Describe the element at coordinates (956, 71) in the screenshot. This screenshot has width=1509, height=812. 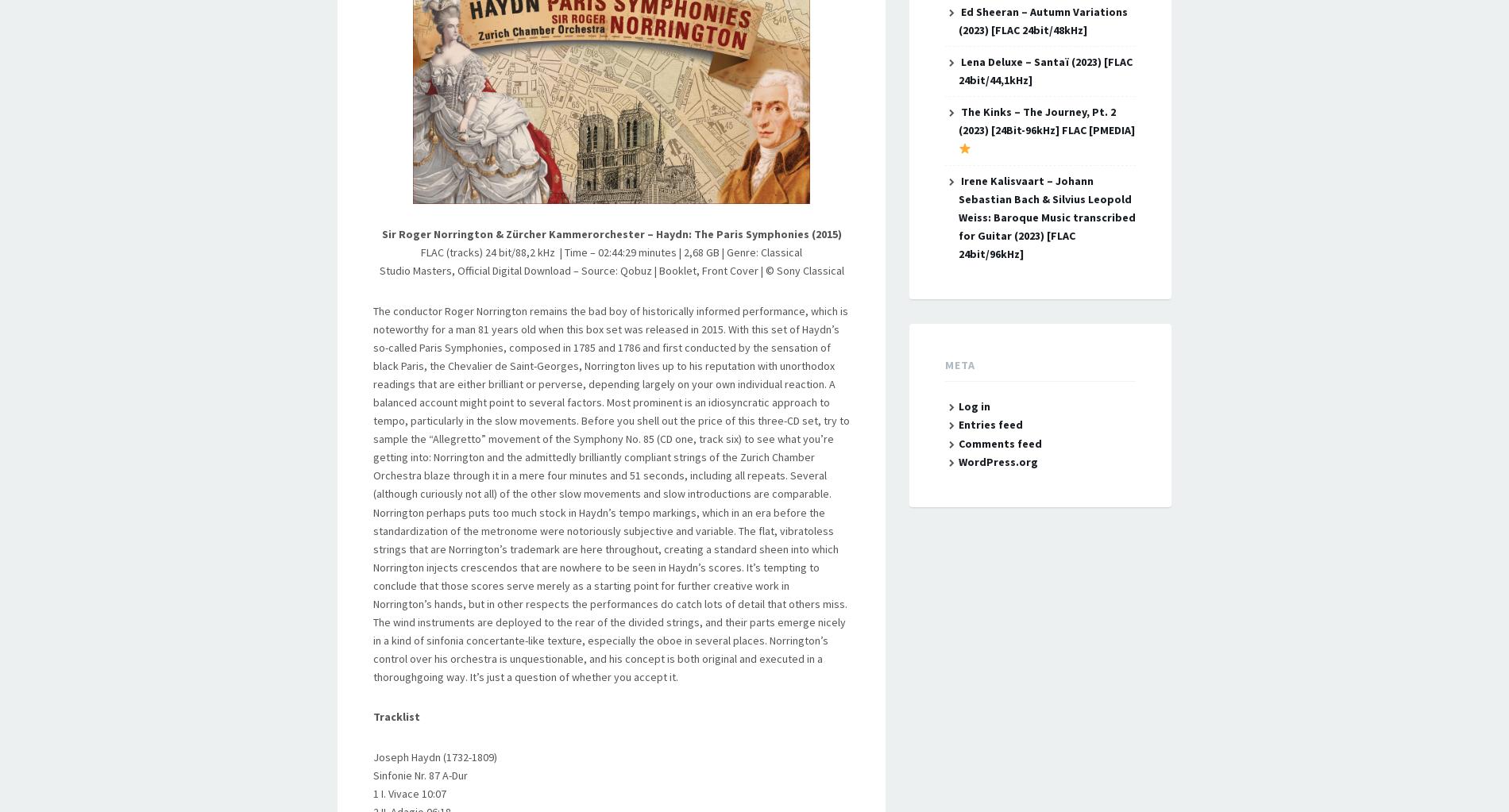
I see `'Lena Deluxe – Santaï (2023) [FLAC 24bit/44,1kHz]'` at that location.